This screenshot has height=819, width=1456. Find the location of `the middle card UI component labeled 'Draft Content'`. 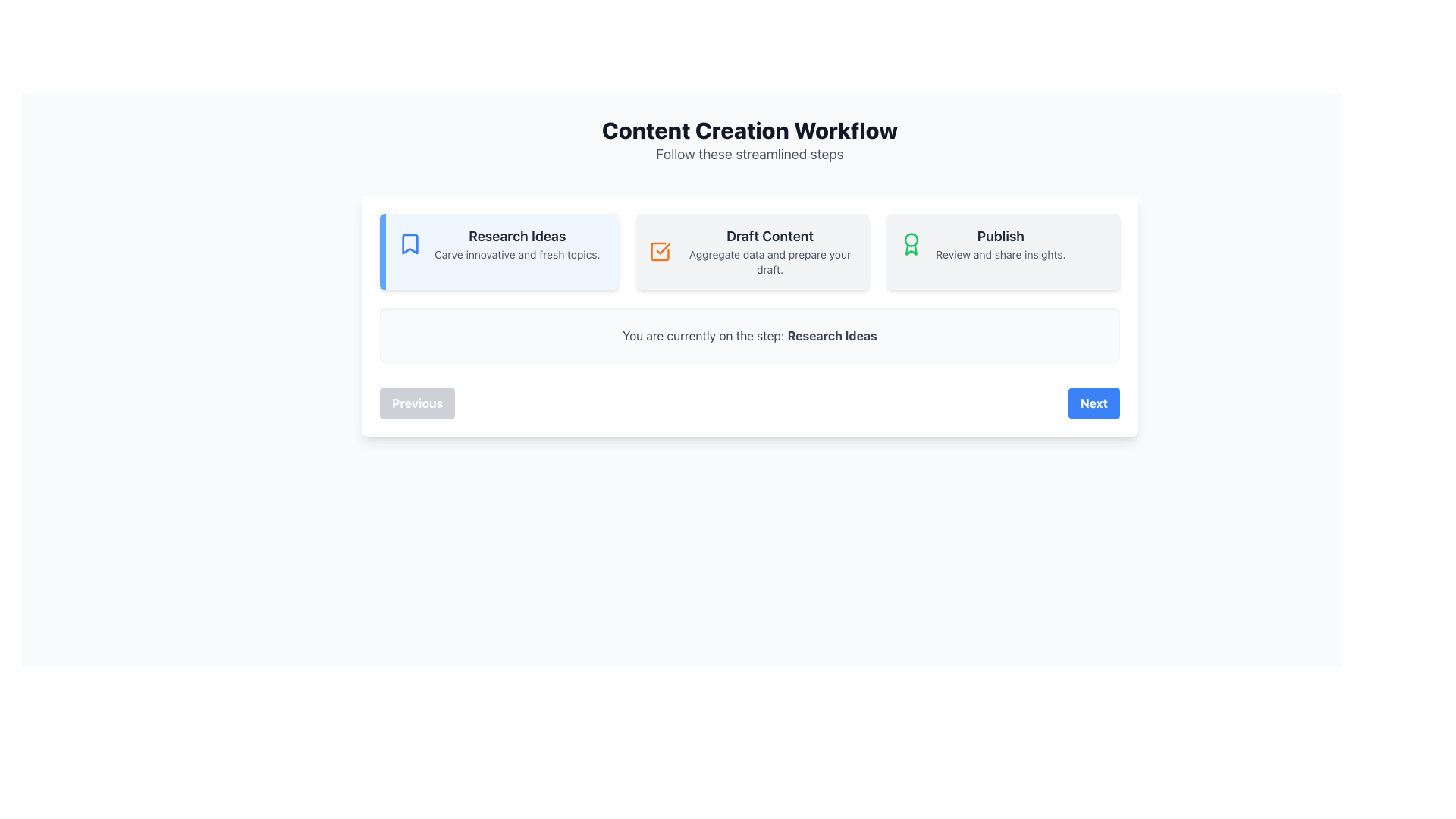

the middle card UI component labeled 'Draft Content' is located at coordinates (753, 250).